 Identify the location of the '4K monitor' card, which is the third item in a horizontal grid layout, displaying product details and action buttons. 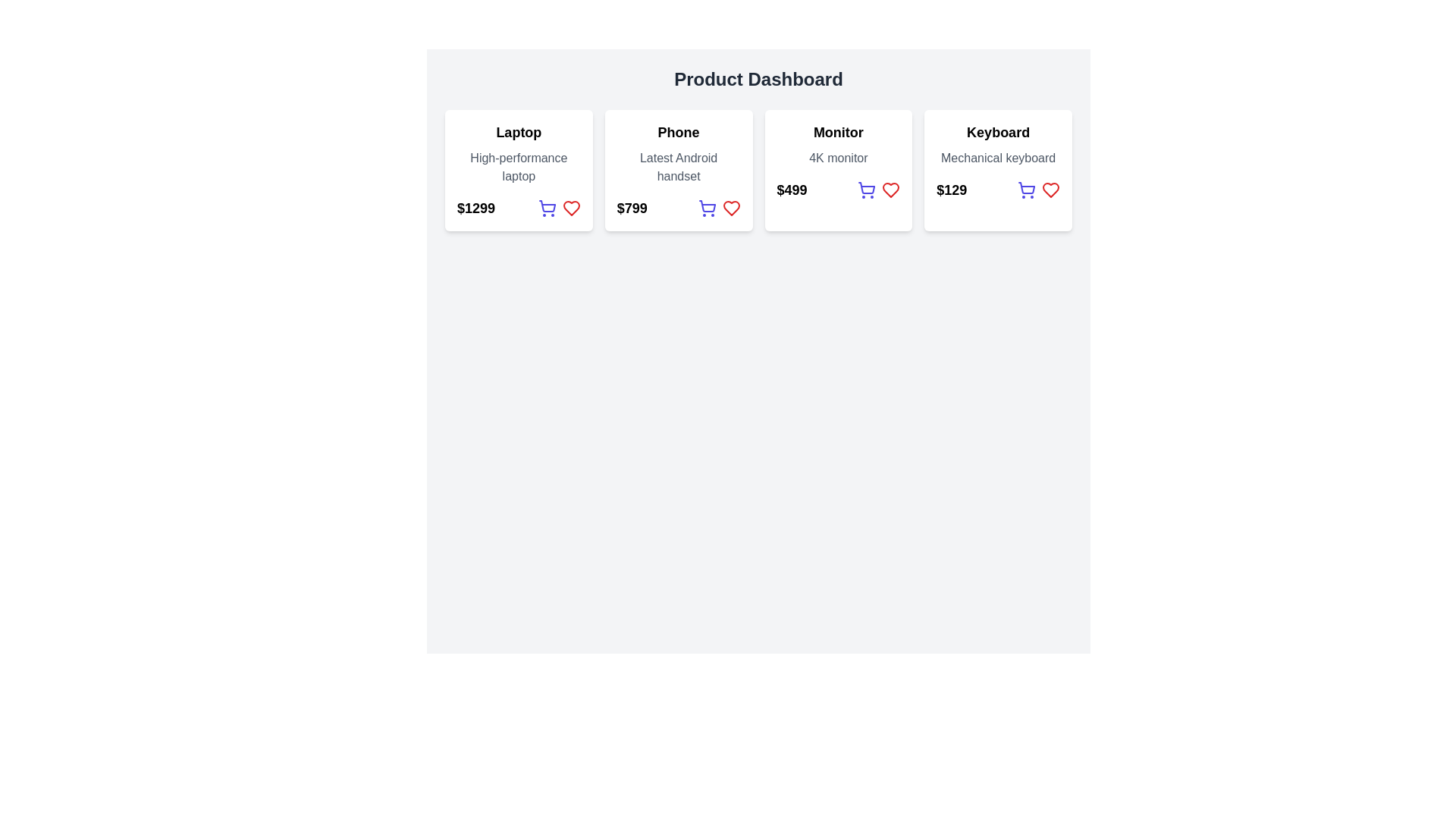
(837, 170).